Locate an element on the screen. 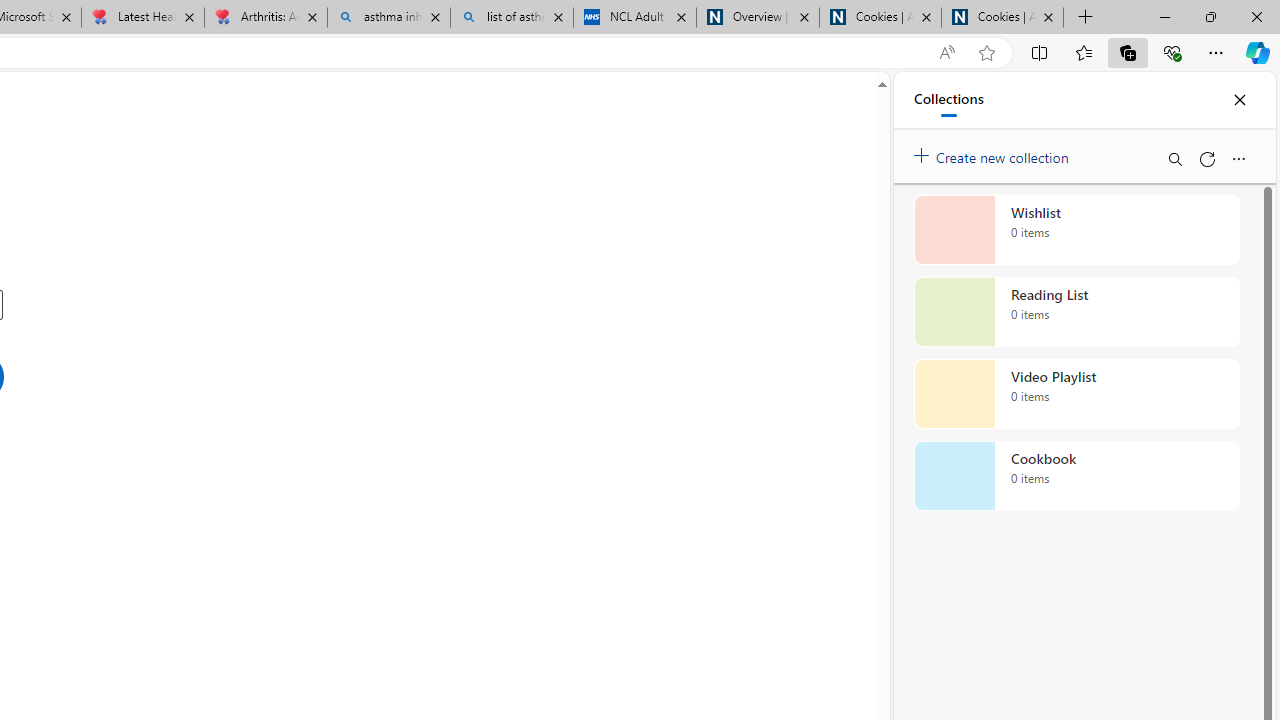  'Cookies | About | NICE' is located at coordinates (1002, 17).